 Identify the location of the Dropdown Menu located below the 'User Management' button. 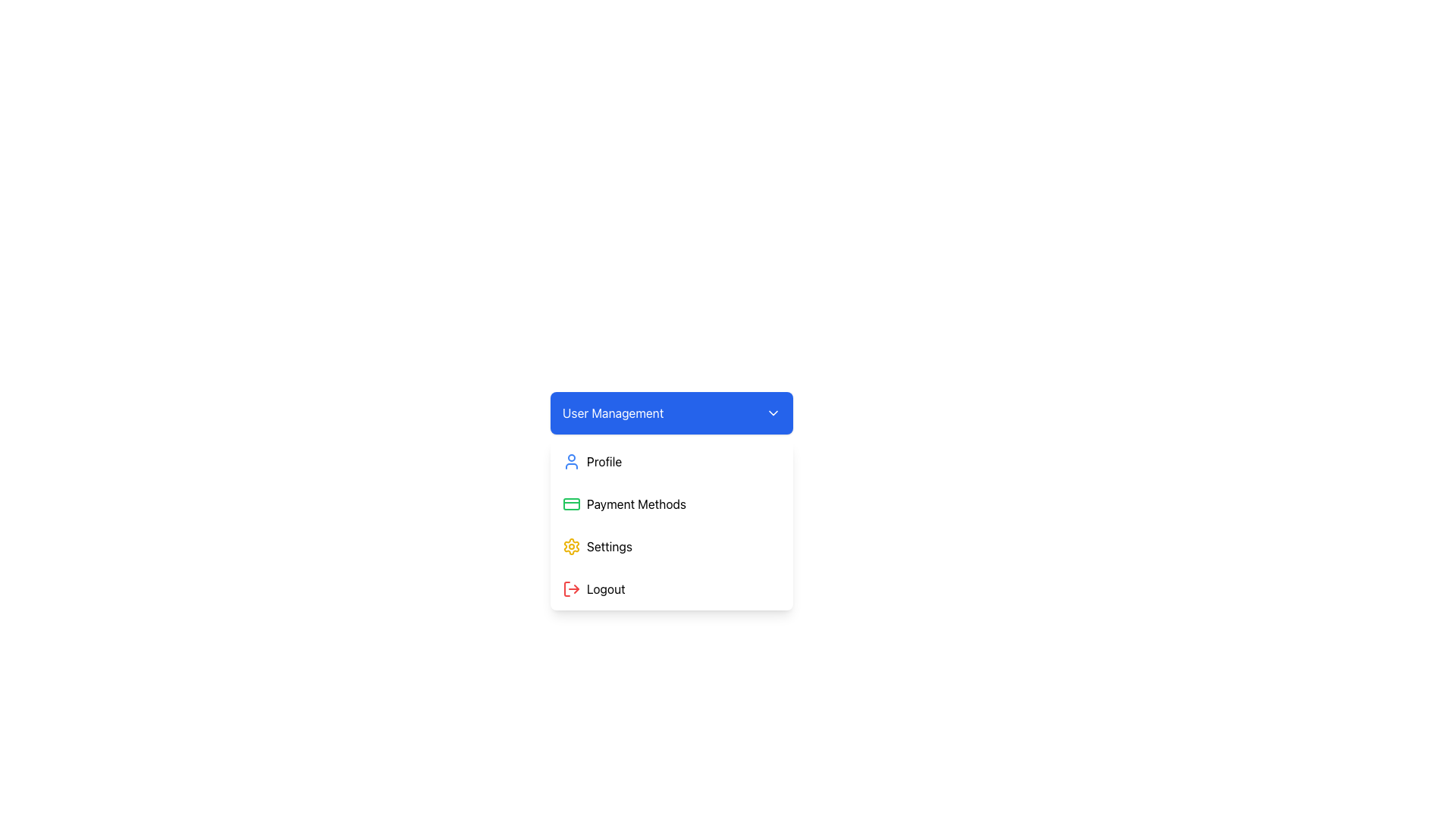
(671, 525).